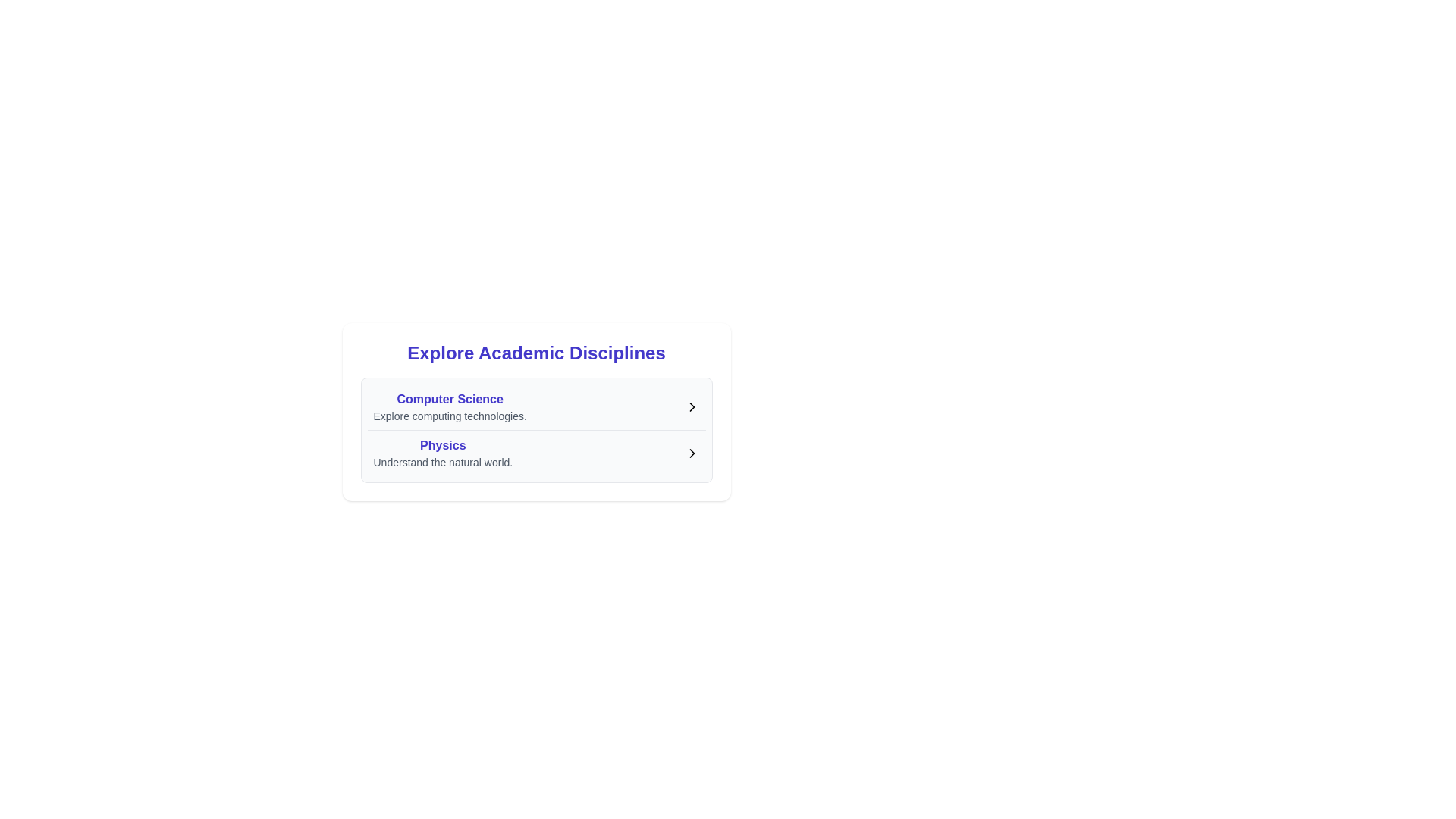 This screenshot has width=1456, height=819. Describe the element at coordinates (691, 452) in the screenshot. I see `the navigation button located in the bottom-right corner of the 'Physics' item under 'Explore Academic Disciplines'` at that location.